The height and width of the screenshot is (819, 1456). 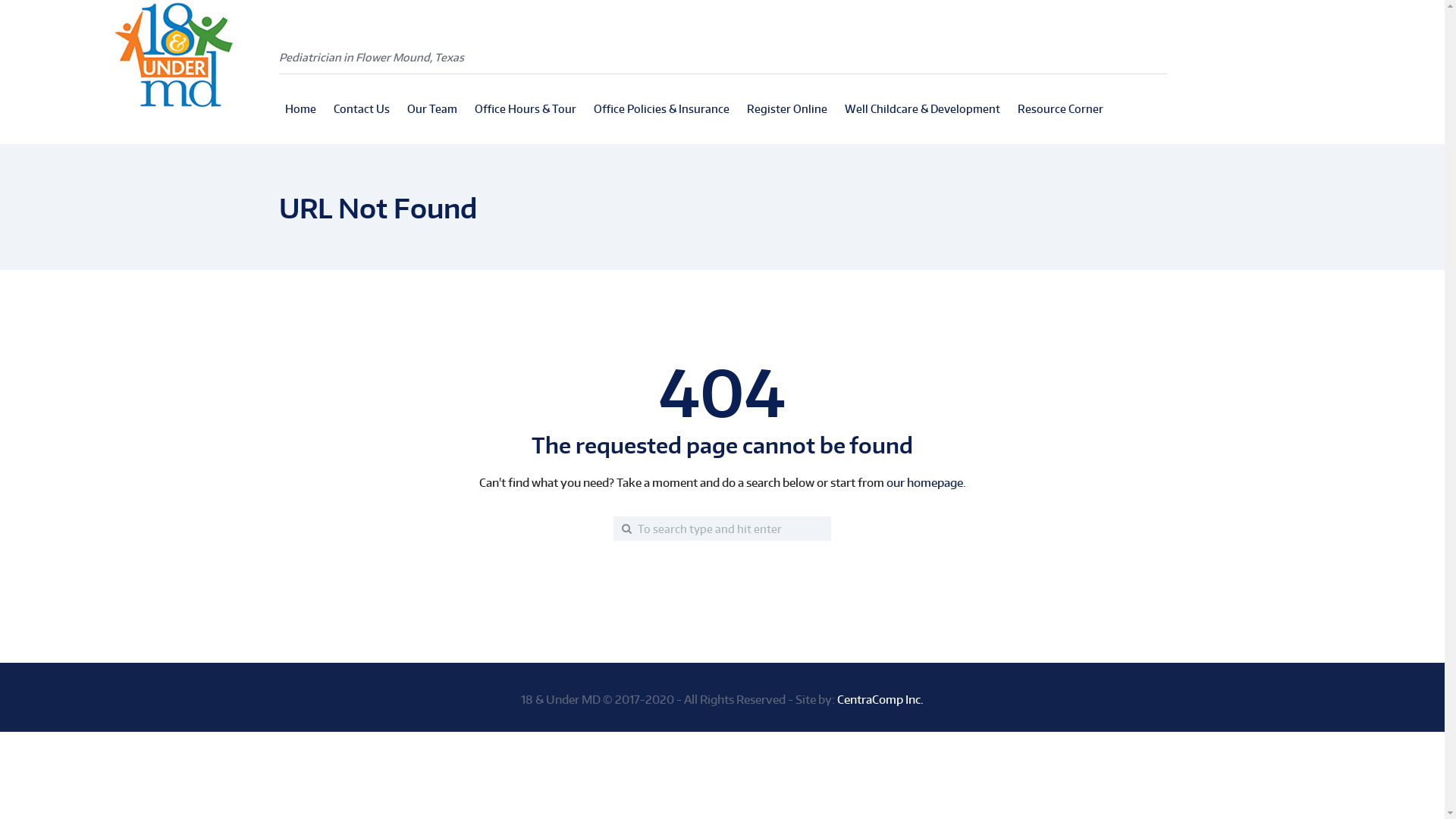 What do you see at coordinates (431, 108) in the screenshot?
I see `'Our Team'` at bounding box center [431, 108].